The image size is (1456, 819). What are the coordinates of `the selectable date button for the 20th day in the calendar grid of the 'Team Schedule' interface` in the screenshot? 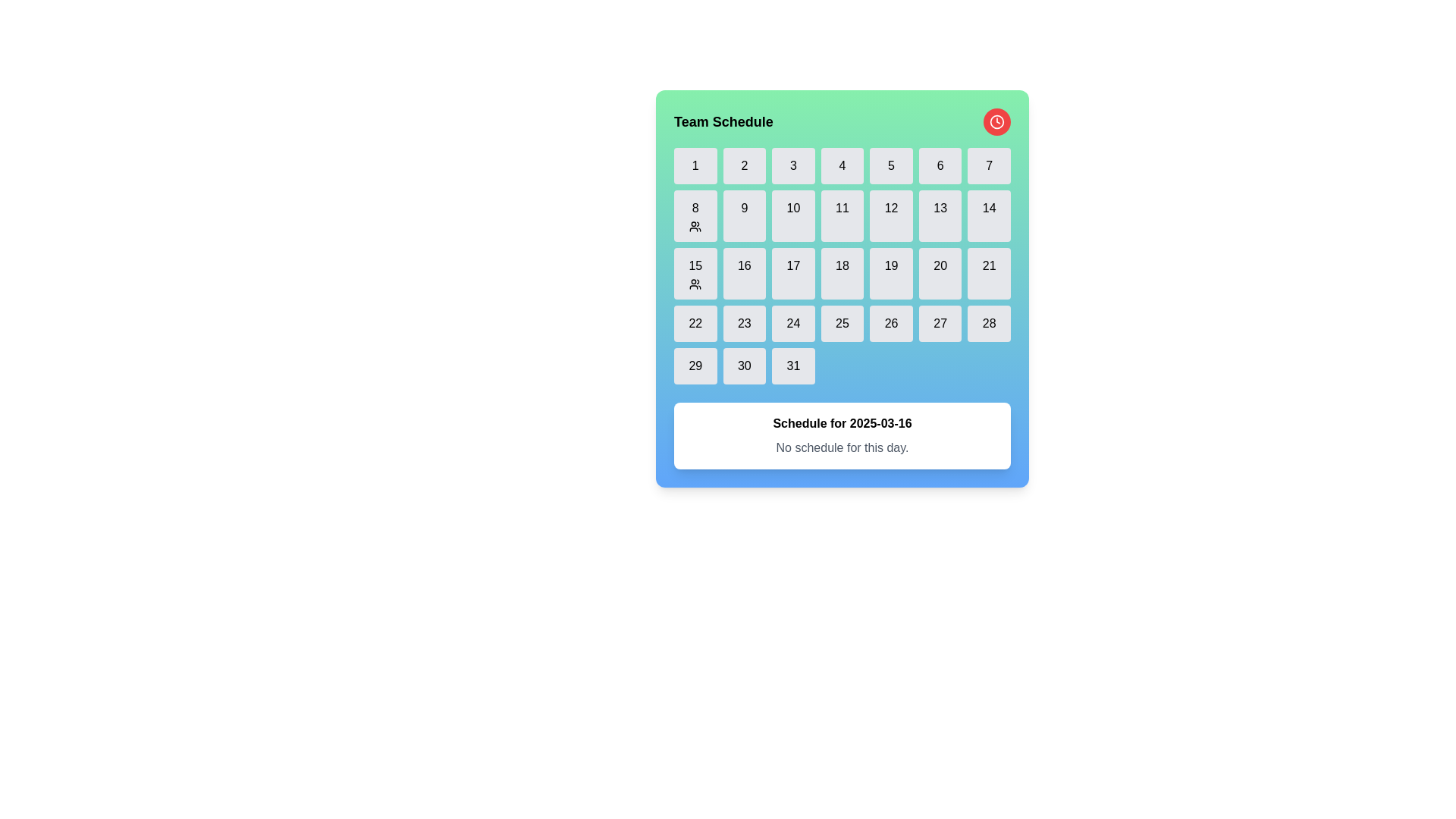 It's located at (939, 265).